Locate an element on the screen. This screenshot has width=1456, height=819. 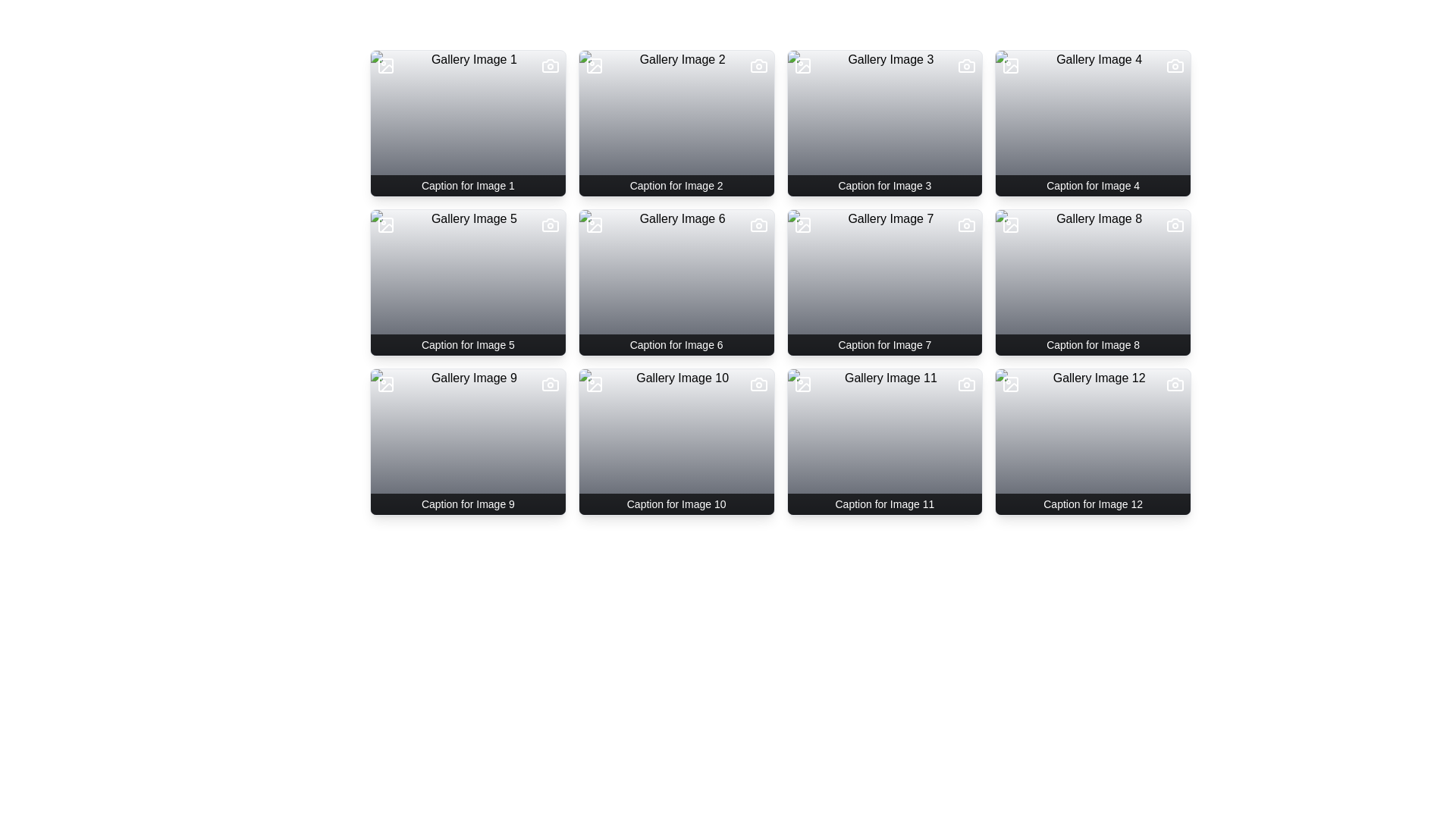
the rounded rectangle vector icon located in the top-left corner of the 12th gallery image is located at coordinates (1011, 383).